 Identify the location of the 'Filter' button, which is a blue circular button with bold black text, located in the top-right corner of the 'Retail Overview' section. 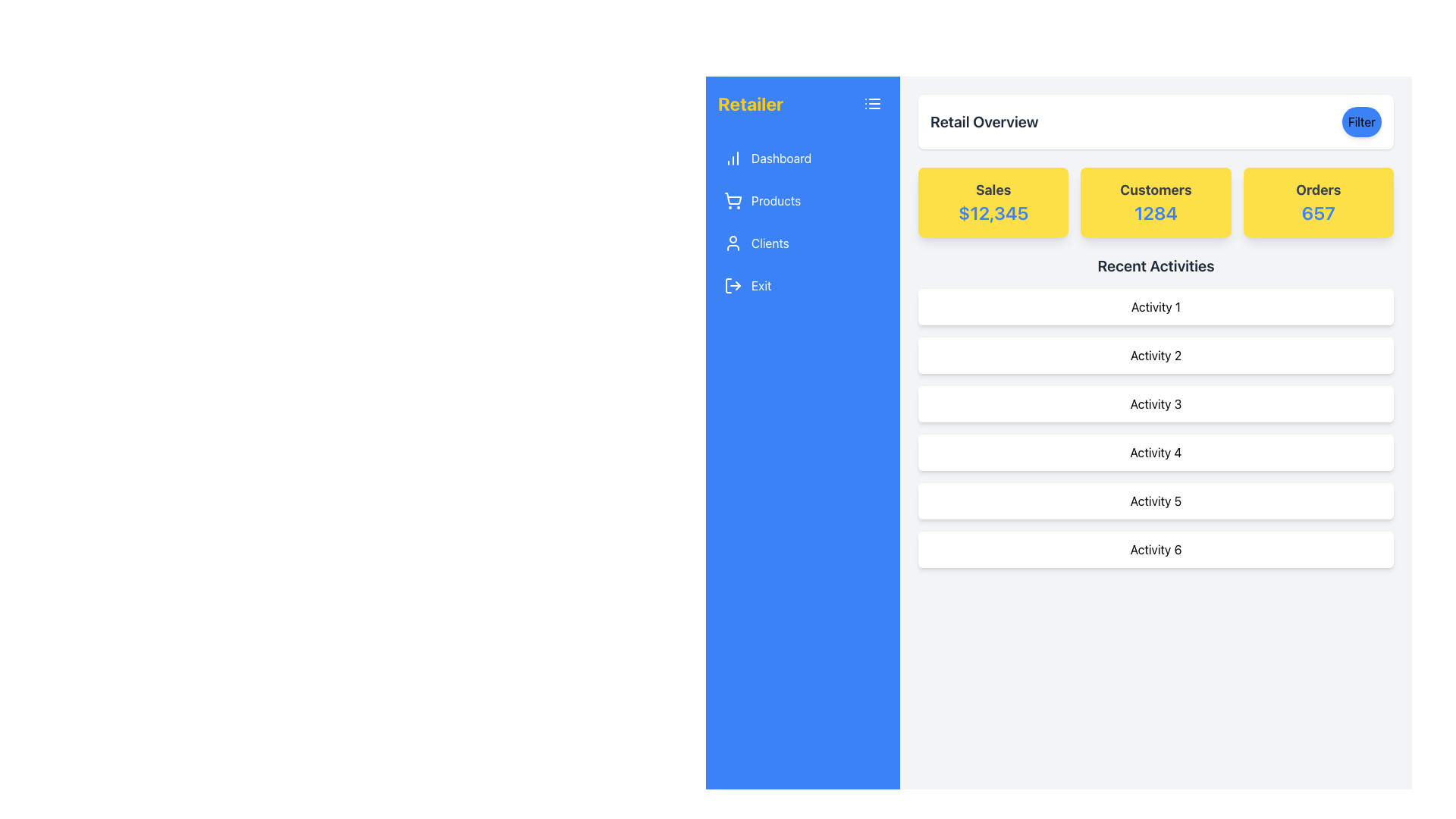
(1361, 121).